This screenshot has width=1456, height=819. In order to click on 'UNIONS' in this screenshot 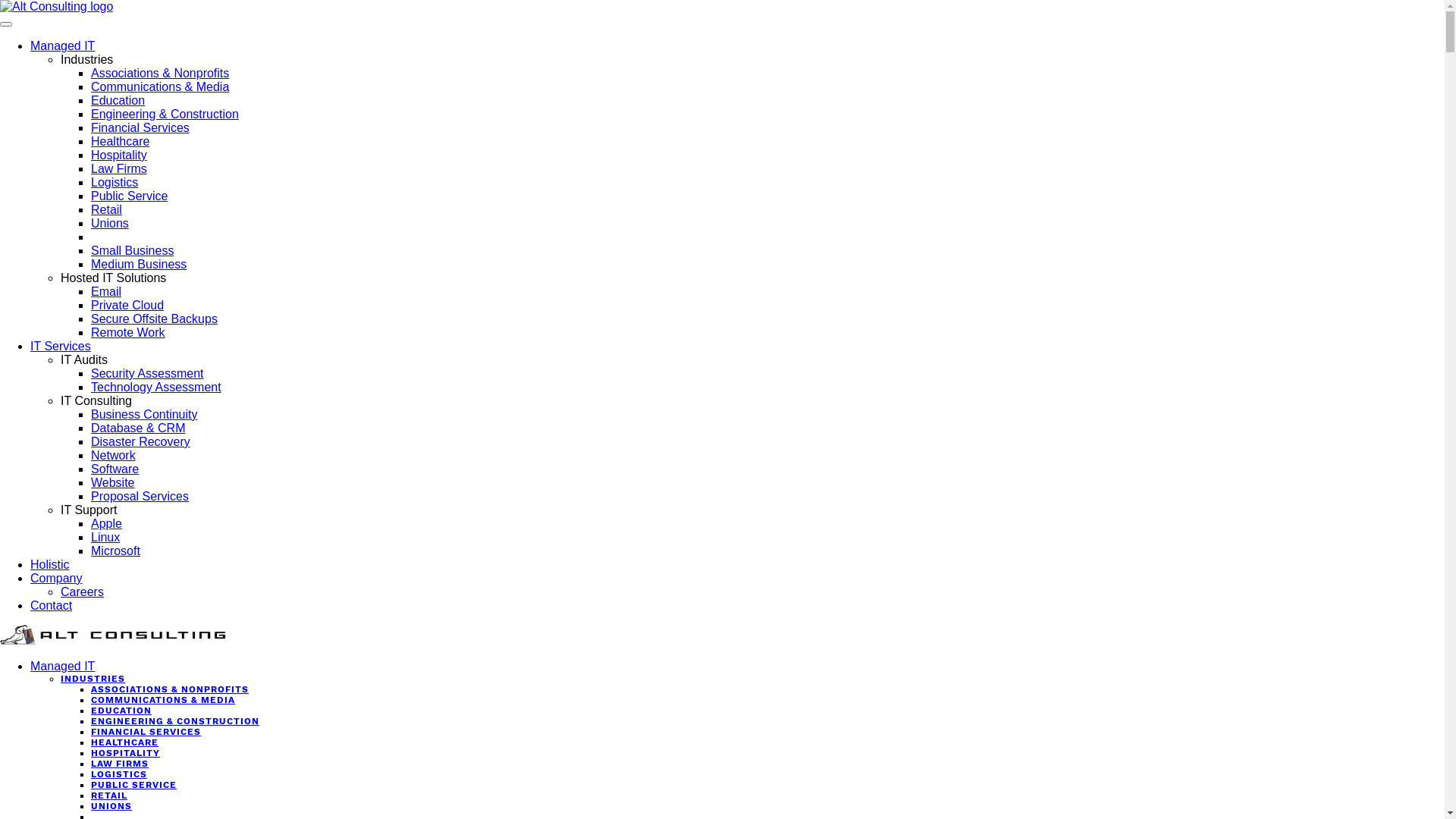, I will do `click(111, 805)`.